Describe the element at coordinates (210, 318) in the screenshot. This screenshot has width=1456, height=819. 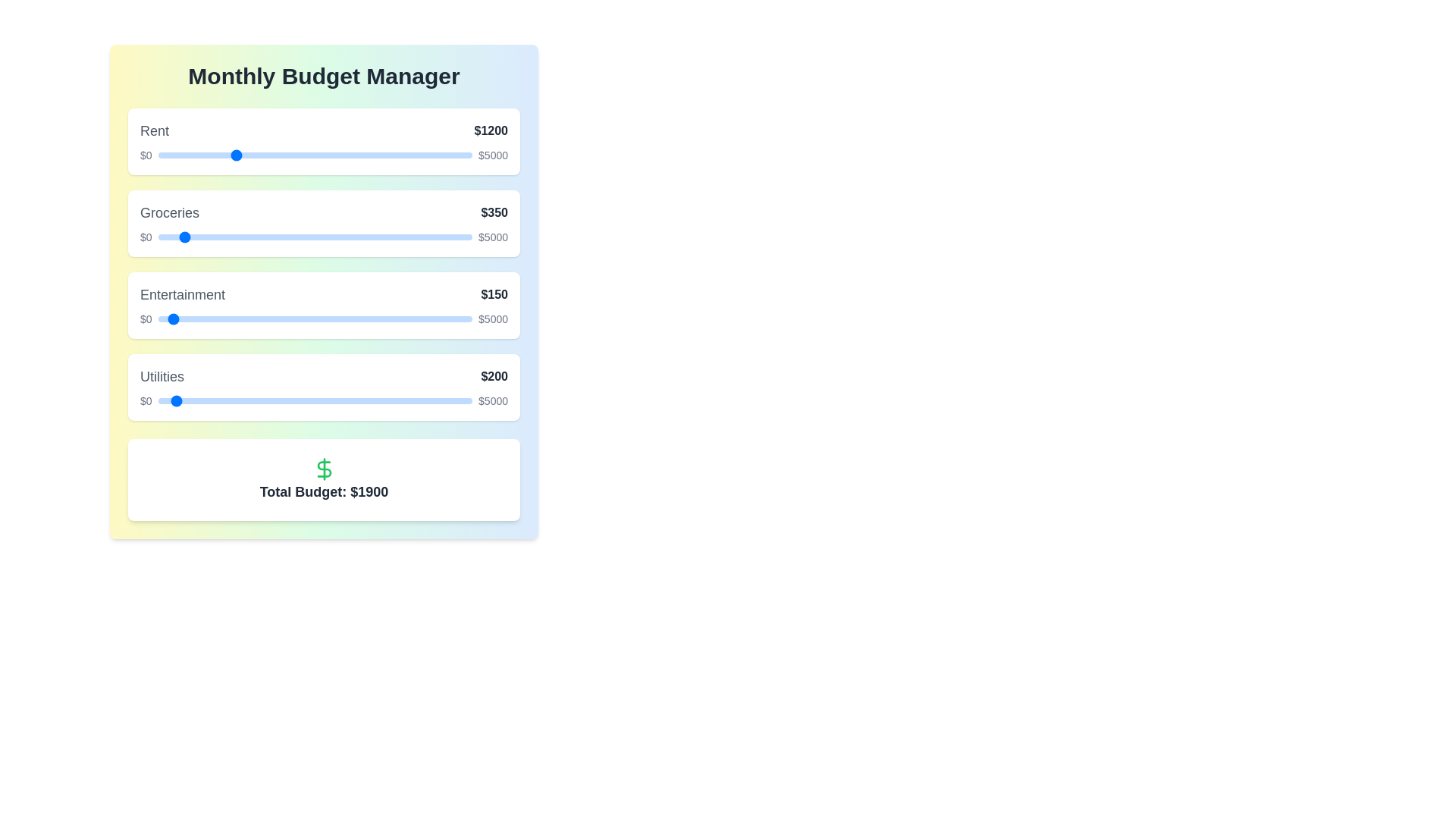
I see `the Entertainment budget` at that location.